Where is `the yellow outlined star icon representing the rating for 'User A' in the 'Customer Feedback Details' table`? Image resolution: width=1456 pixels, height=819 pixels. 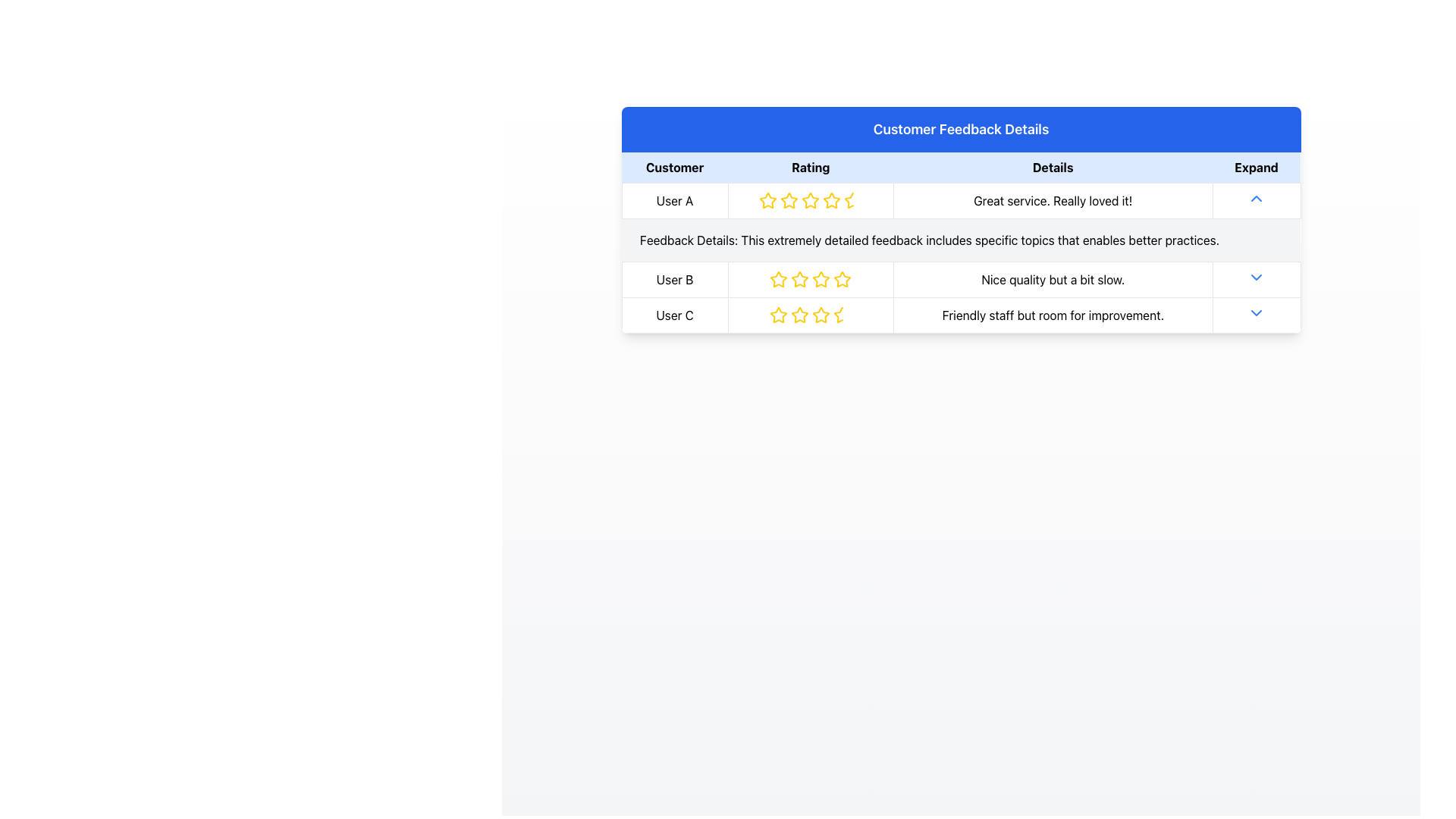
the yellow outlined star icon representing the rating for 'User A' in the 'Customer Feedback Details' table is located at coordinates (768, 200).